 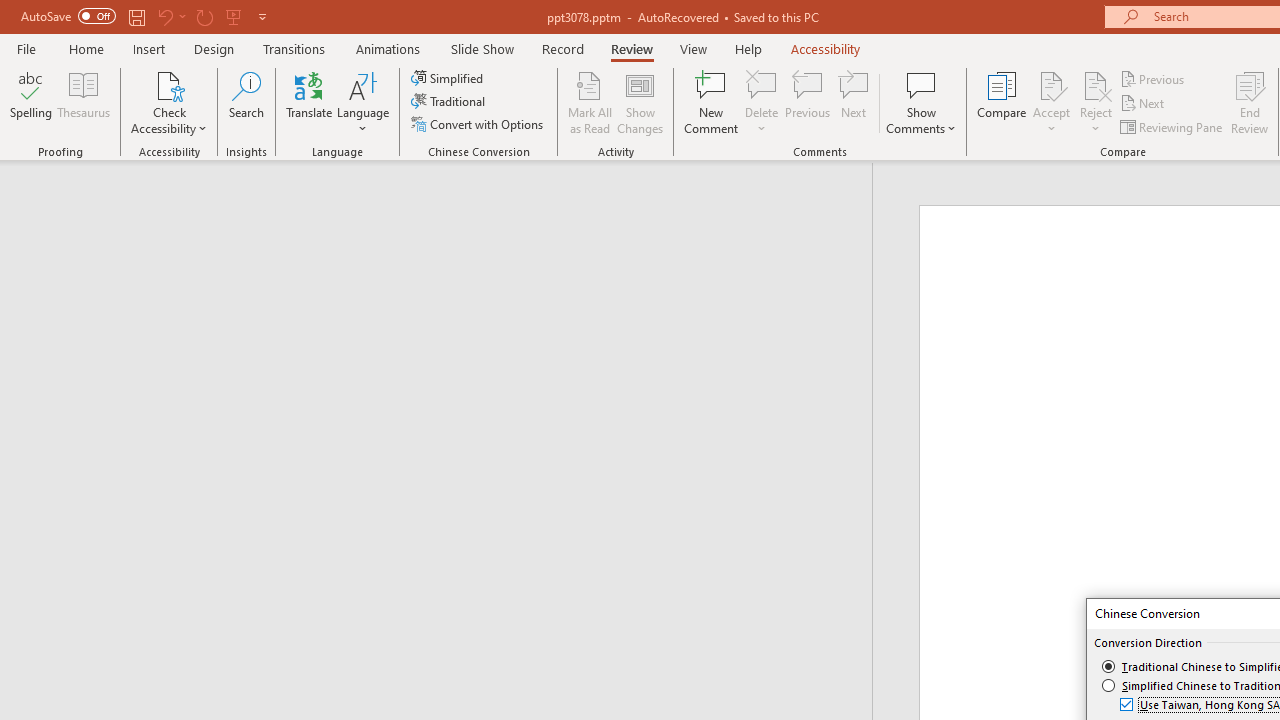 What do you see at coordinates (363, 103) in the screenshot?
I see `'Language'` at bounding box center [363, 103].